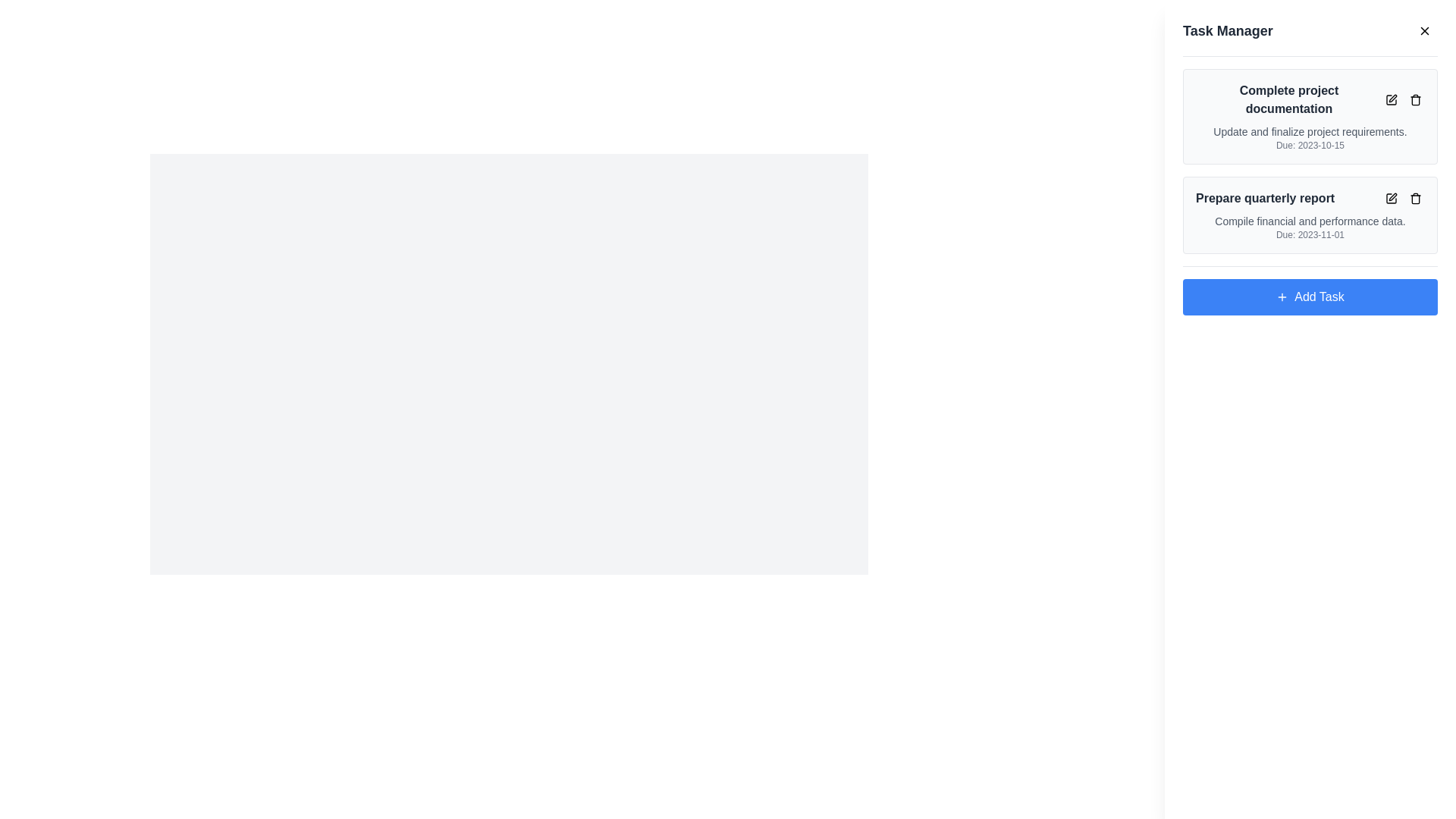  What do you see at coordinates (1391, 99) in the screenshot?
I see `the Edit icon represented by an SVG graphic inside a button, located in the 'Task Manager' panel next to the title 'Complete project documentation'` at bounding box center [1391, 99].